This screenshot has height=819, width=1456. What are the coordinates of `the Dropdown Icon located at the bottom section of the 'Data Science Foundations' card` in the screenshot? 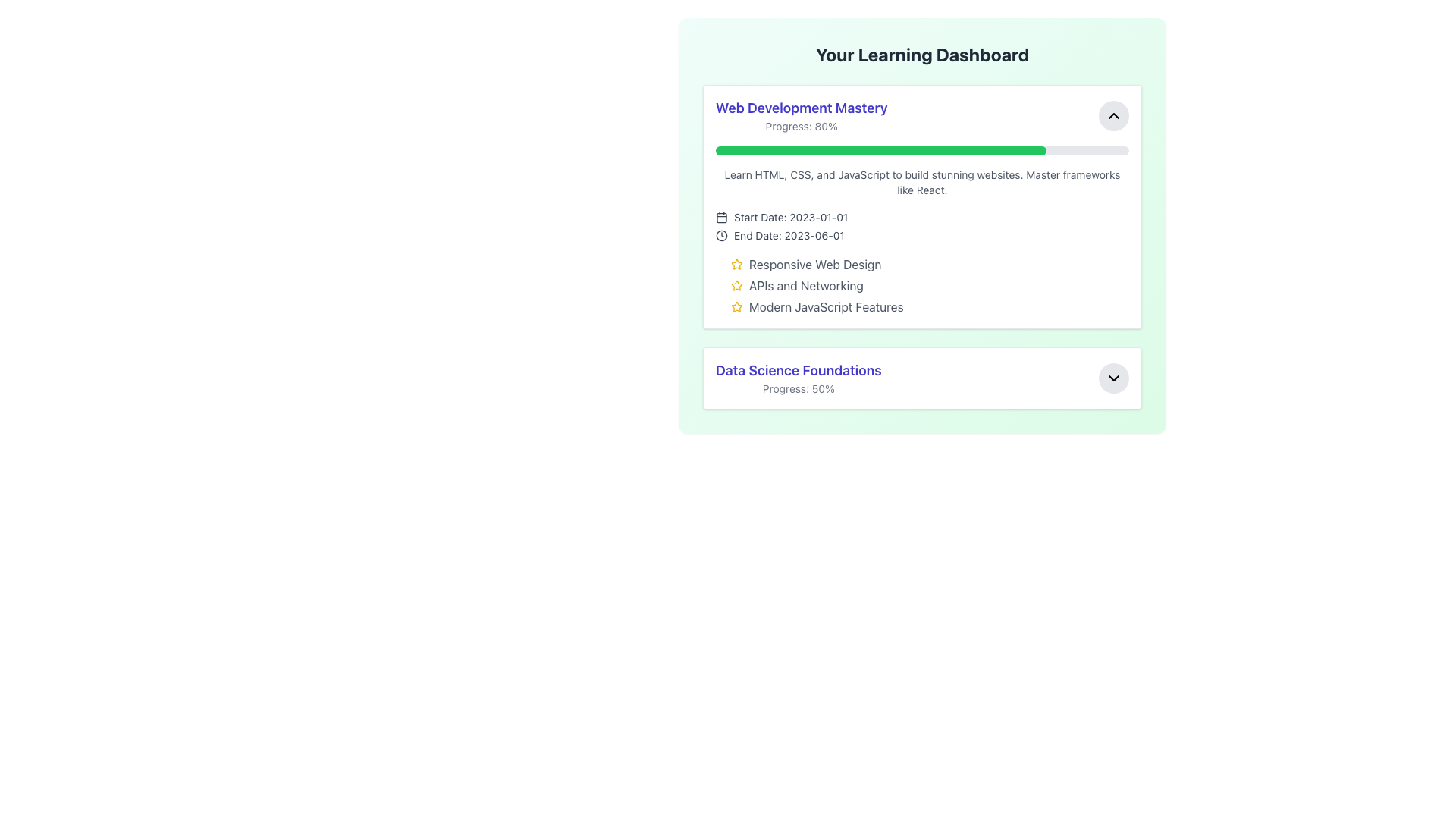 It's located at (1113, 377).